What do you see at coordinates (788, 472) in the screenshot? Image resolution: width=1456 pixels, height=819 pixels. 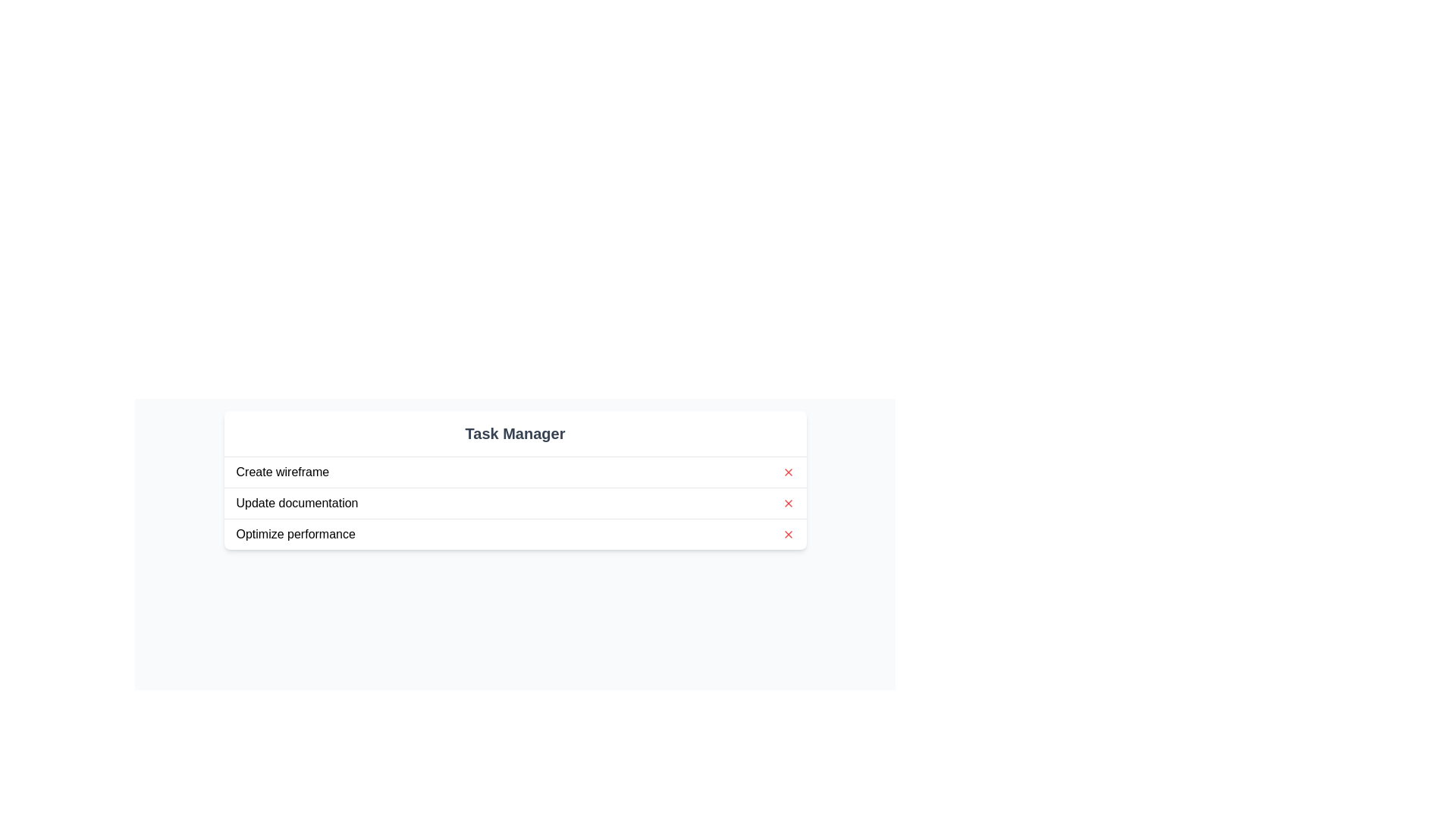 I see `the close button associated with the task titled 'Create wireframe' to observe its hover effect` at bounding box center [788, 472].